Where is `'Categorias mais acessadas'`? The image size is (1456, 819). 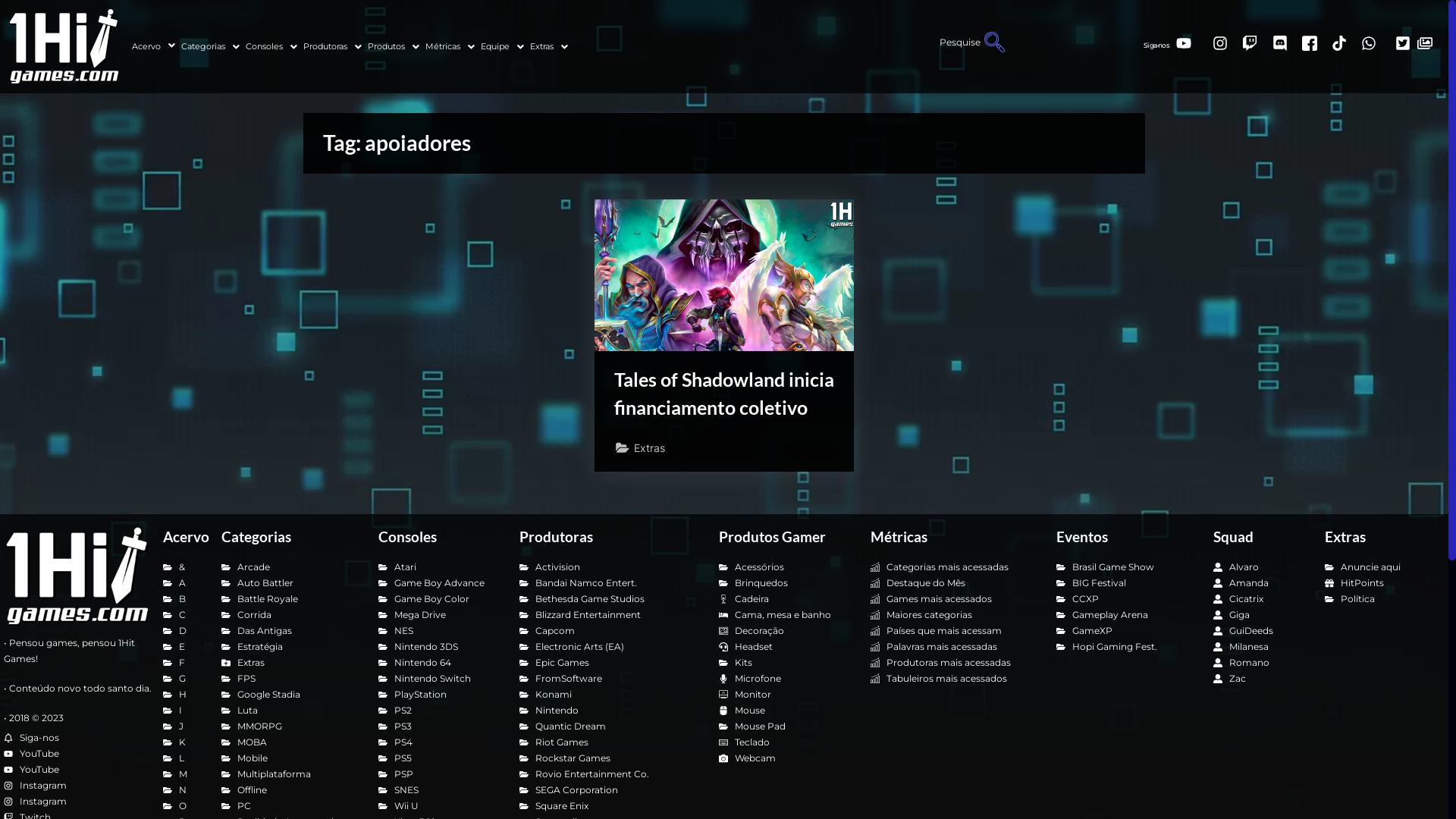 'Categorias mais acessadas' is located at coordinates (954, 566).